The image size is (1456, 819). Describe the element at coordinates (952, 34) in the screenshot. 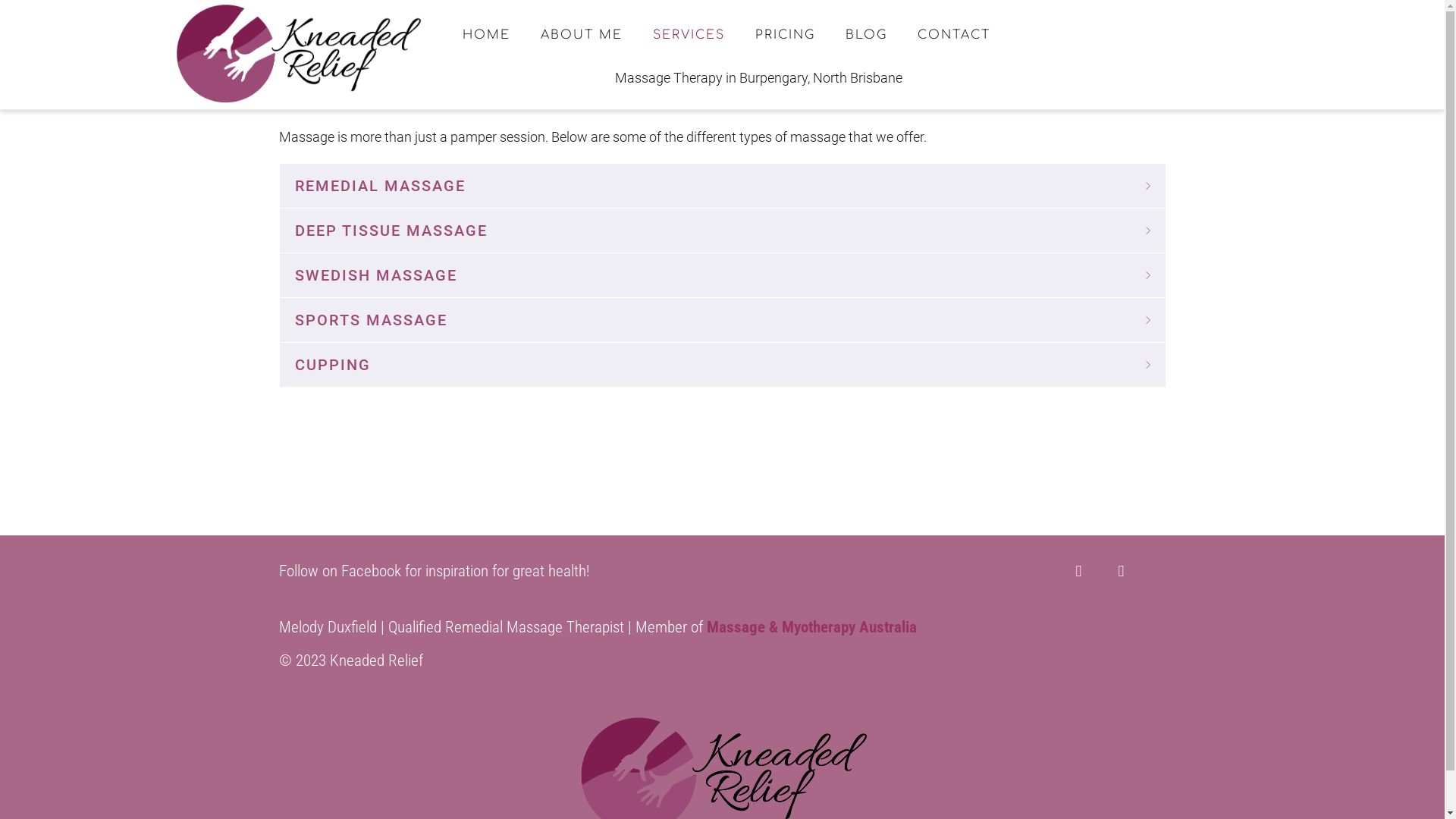

I see `'CONTACT'` at that location.